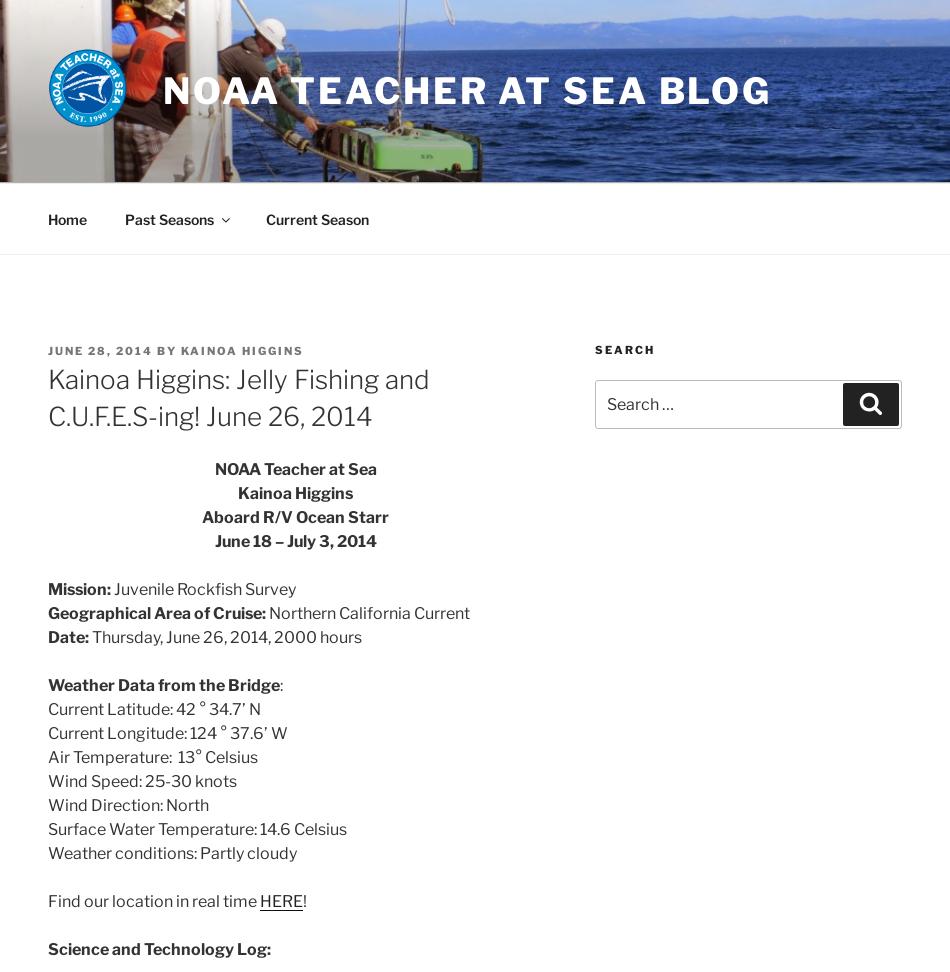  I want to click on ':', so click(280, 683).